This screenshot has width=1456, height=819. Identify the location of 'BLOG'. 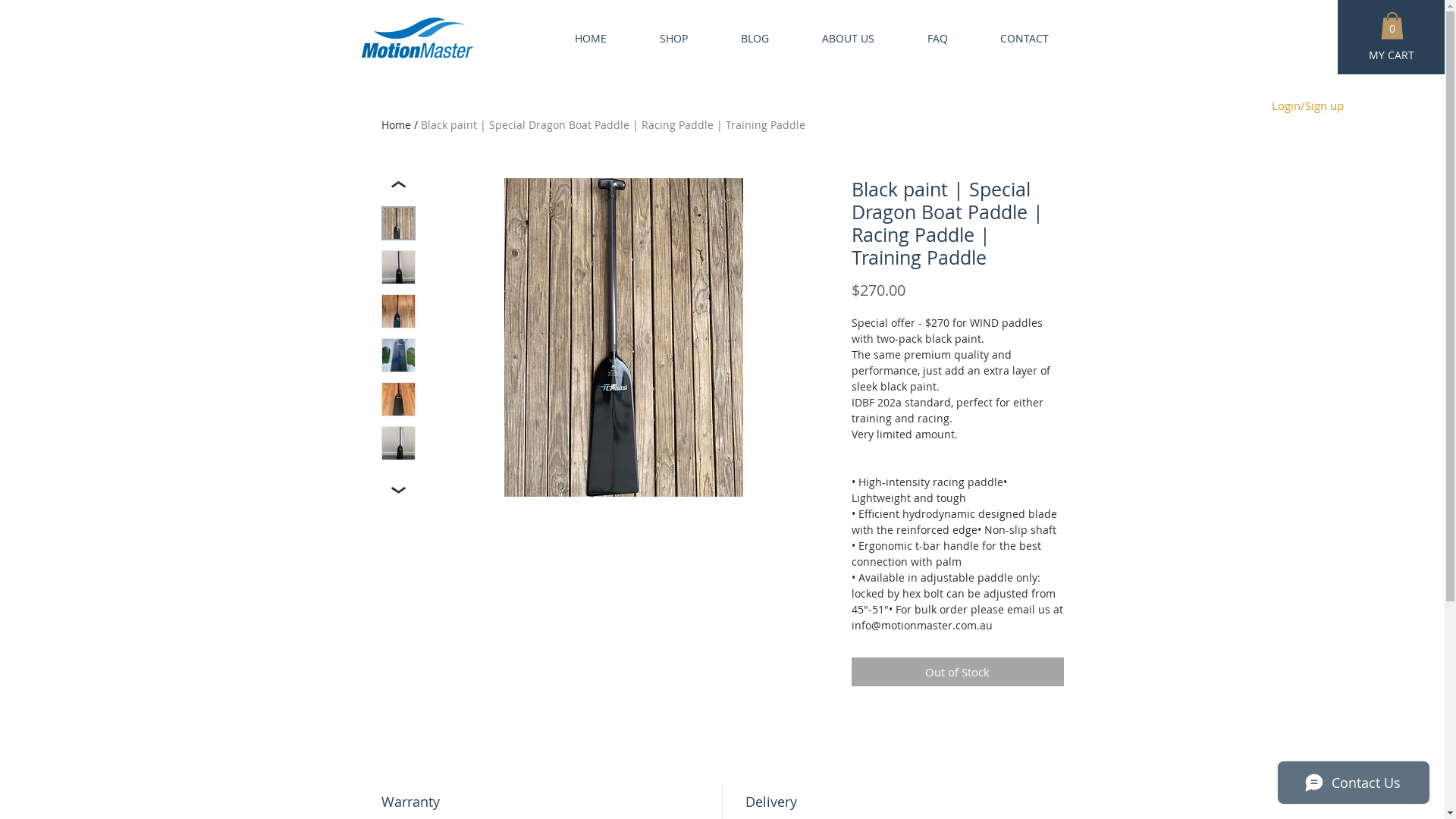
(739, 37).